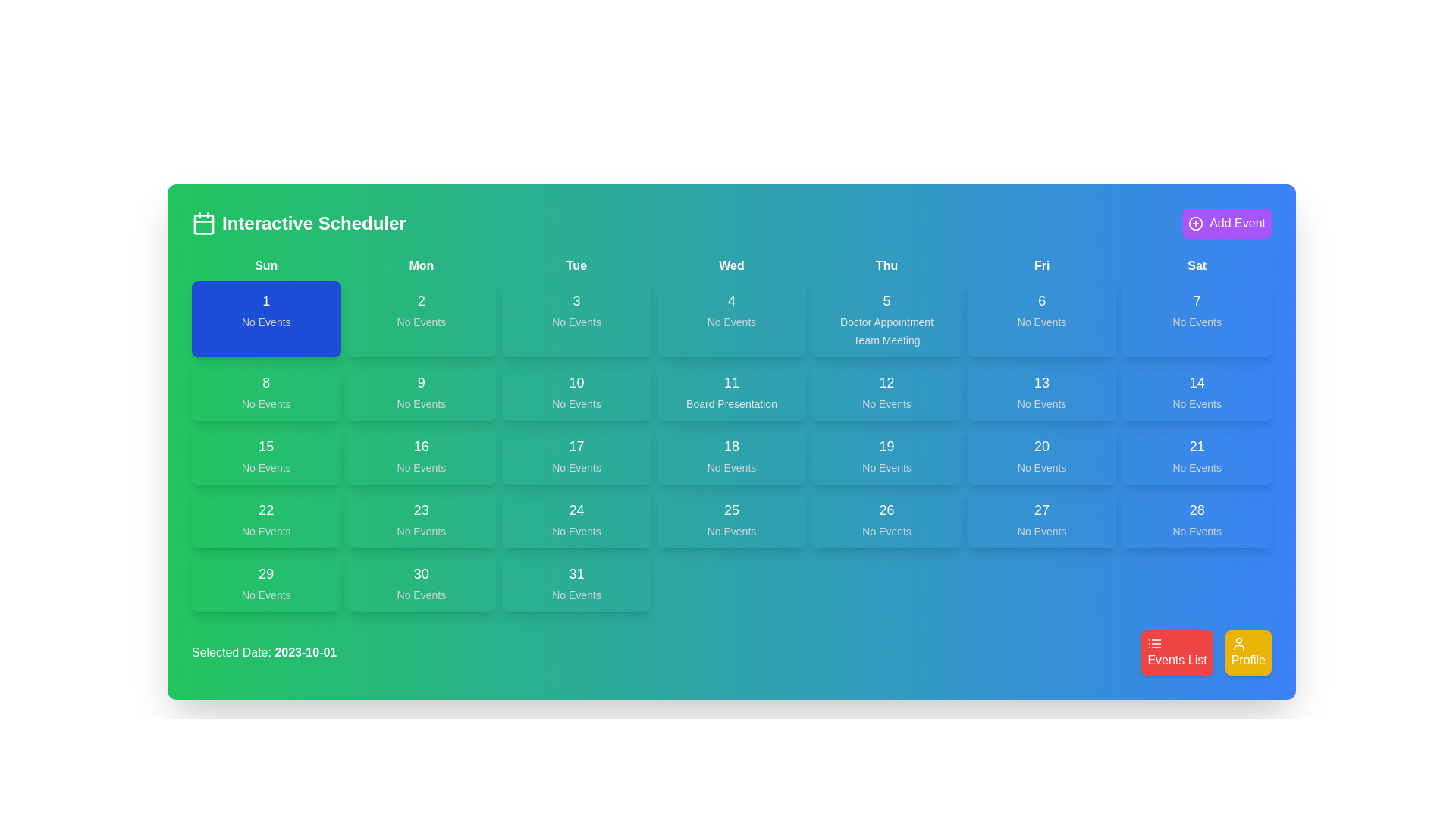  Describe the element at coordinates (576, 467) in the screenshot. I see `the text label indicating that no events are scheduled for the date '17' within the calendar card` at that location.